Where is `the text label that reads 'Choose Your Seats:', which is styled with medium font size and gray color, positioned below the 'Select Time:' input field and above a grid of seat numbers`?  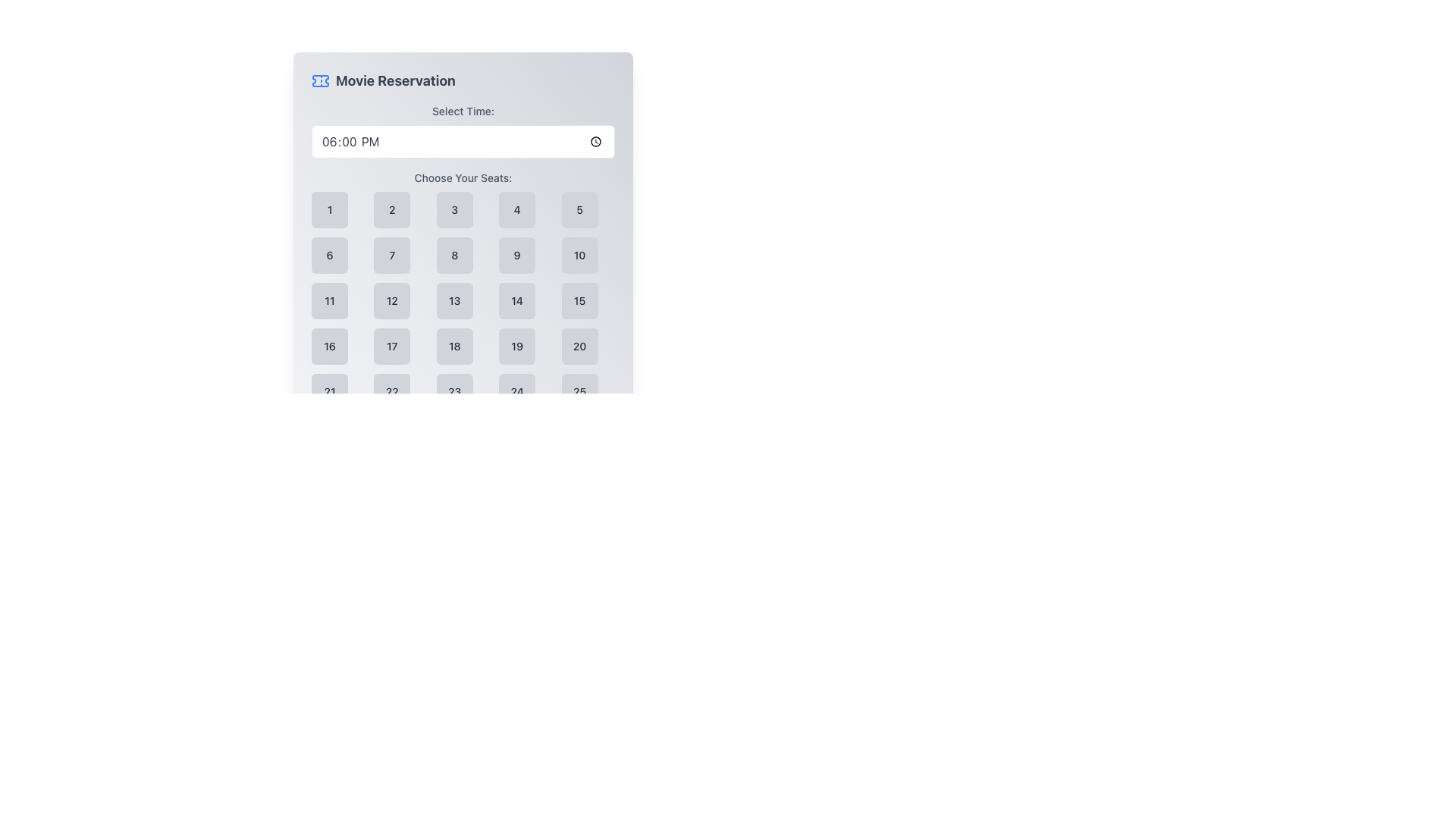
the text label that reads 'Choose Your Seats:', which is styled with medium font size and gray color, positioned below the 'Select Time:' input field and above a grid of seat numbers is located at coordinates (462, 177).